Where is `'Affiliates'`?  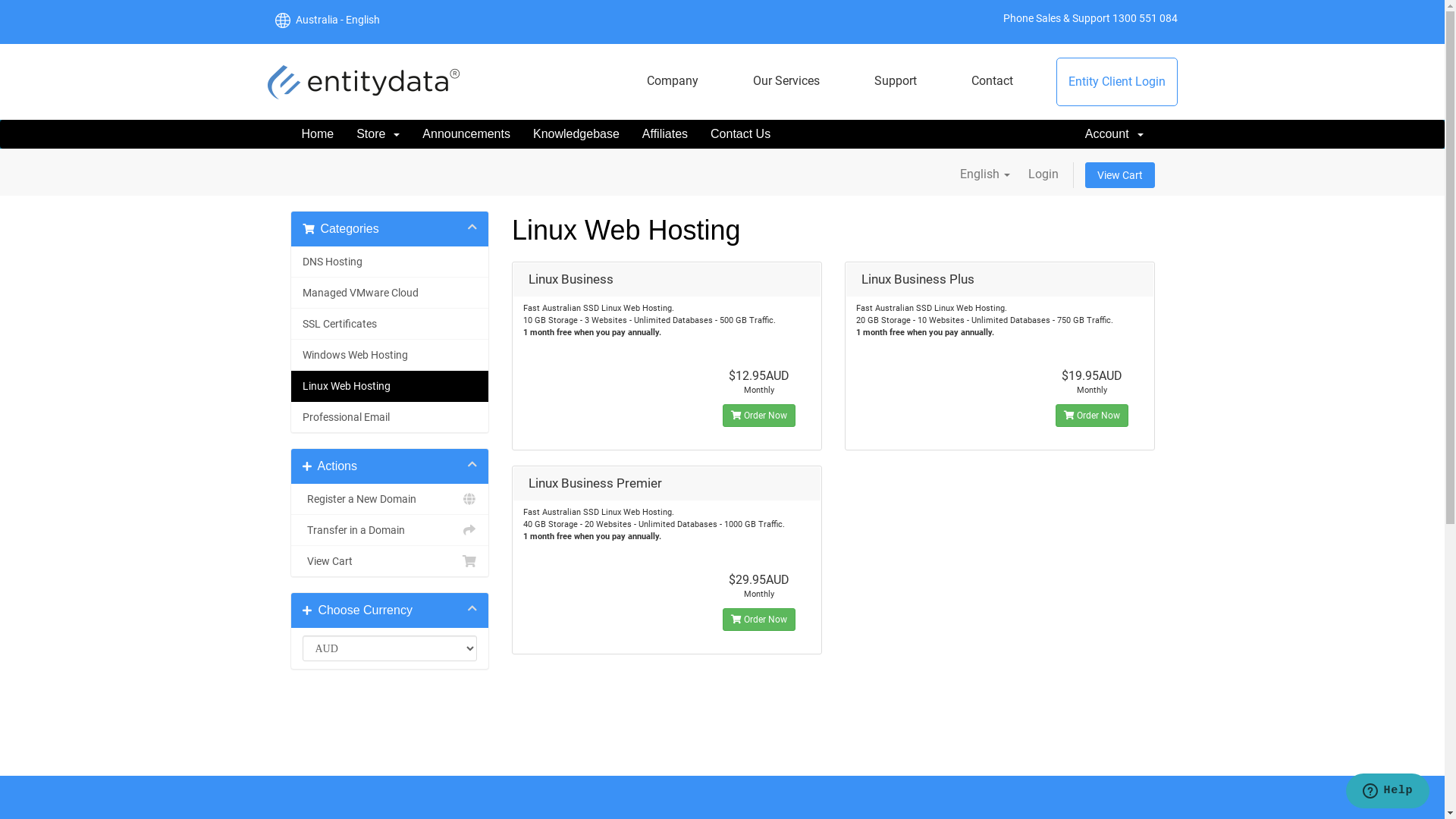
'Affiliates' is located at coordinates (665, 133).